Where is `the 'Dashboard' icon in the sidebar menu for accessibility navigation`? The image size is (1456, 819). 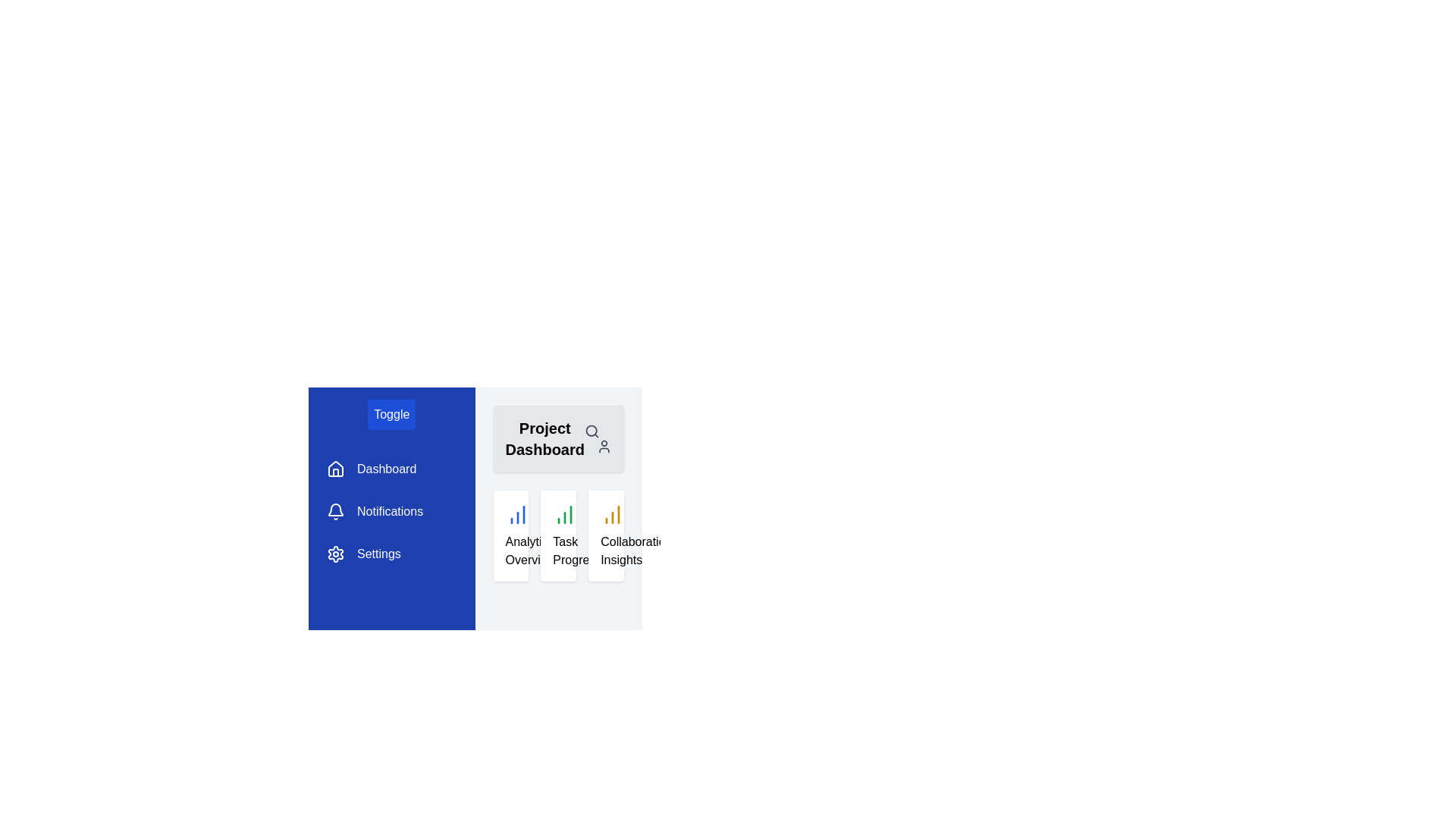
the 'Dashboard' icon in the sidebar menu for accessibility navigation is located at coordinates (334, 467).